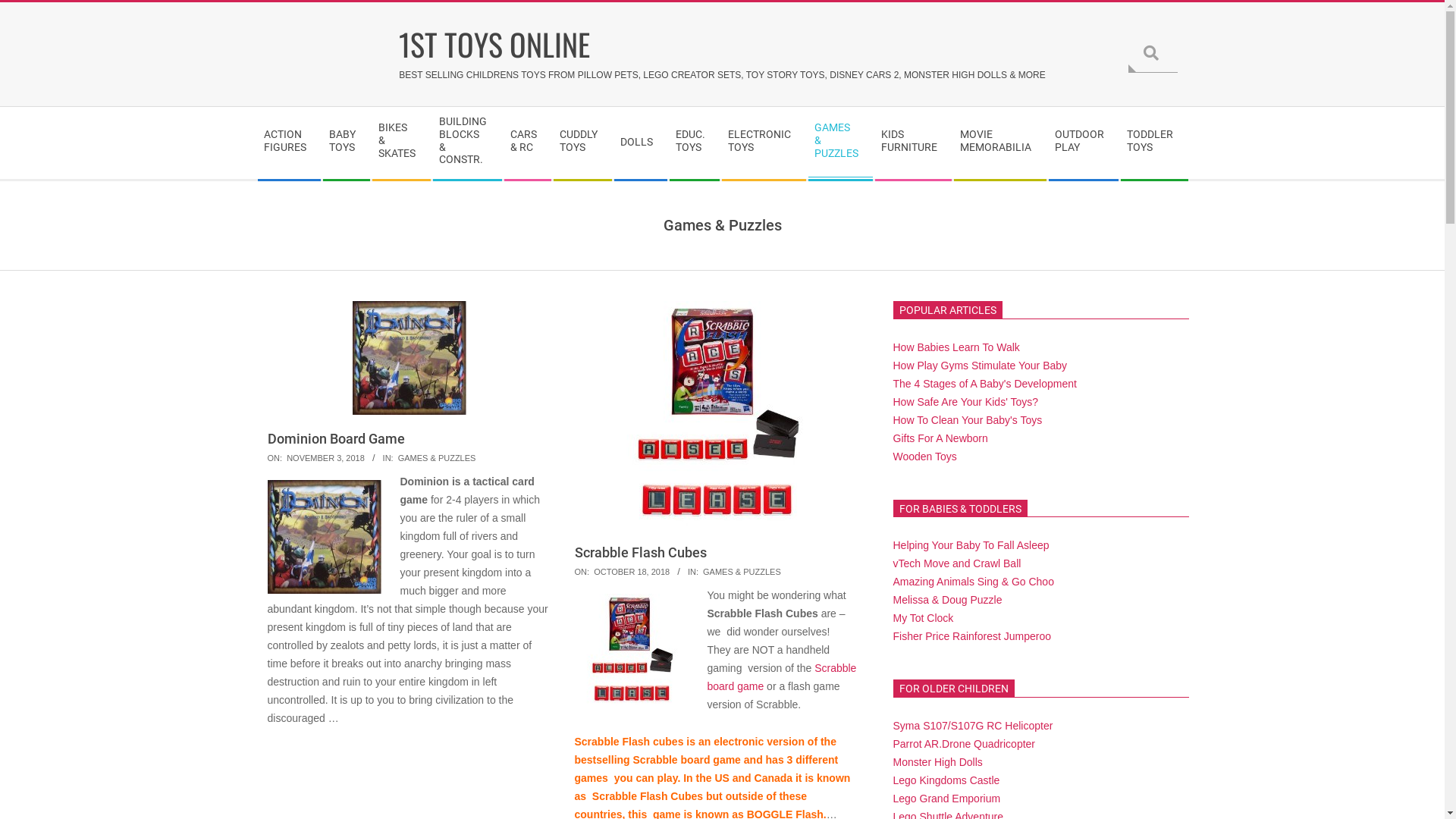 The width and height of the screenshot is (1456, 819). What do you see at coordinates (973, 724) in the screenshot?
I see `'Syma S107/S107G RC Helicopter'` at bounding box center [973, 724].